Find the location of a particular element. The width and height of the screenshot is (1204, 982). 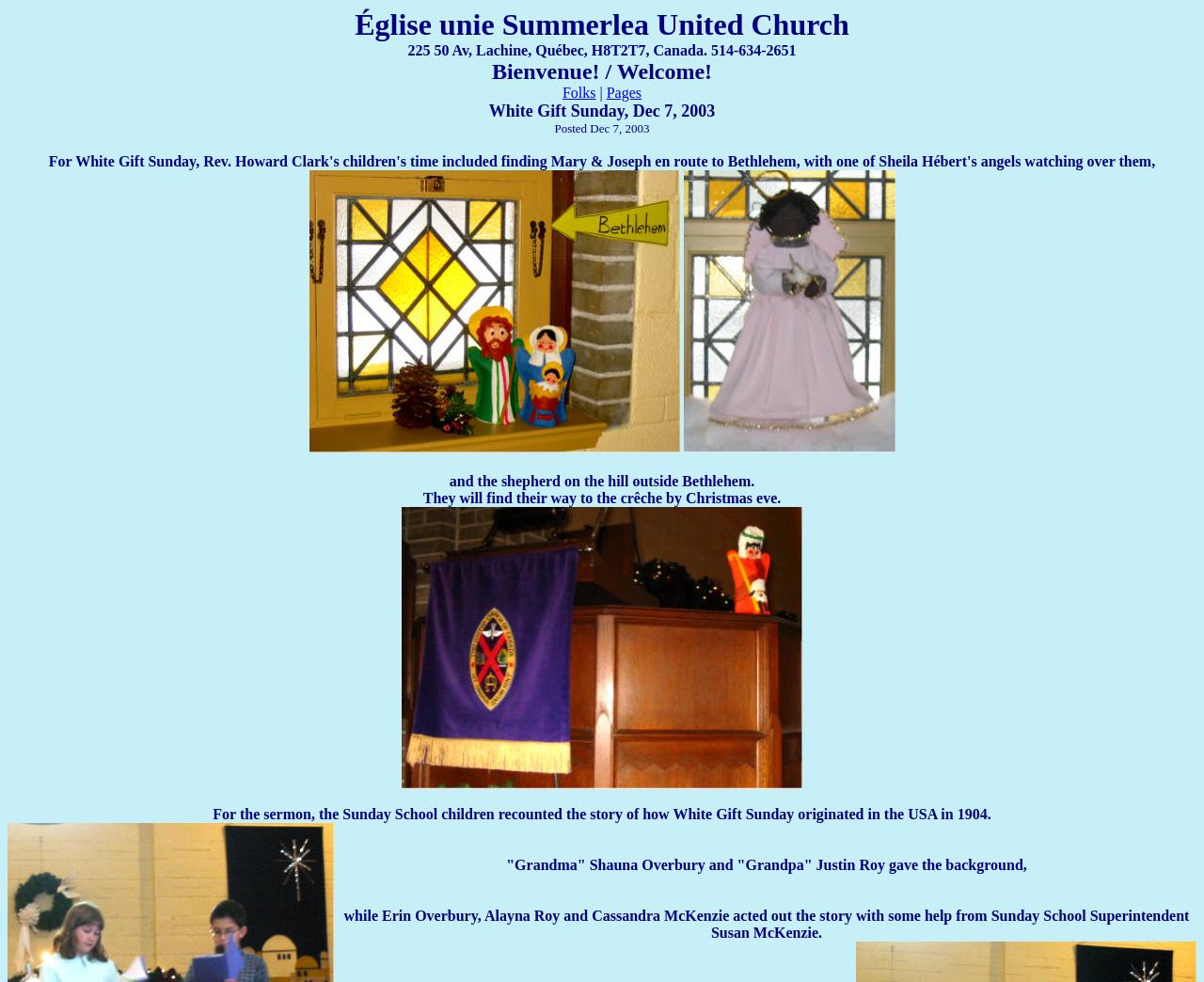

'White Gift Sunday, Dec 7, 2003' is located at coordinates (600, 110).